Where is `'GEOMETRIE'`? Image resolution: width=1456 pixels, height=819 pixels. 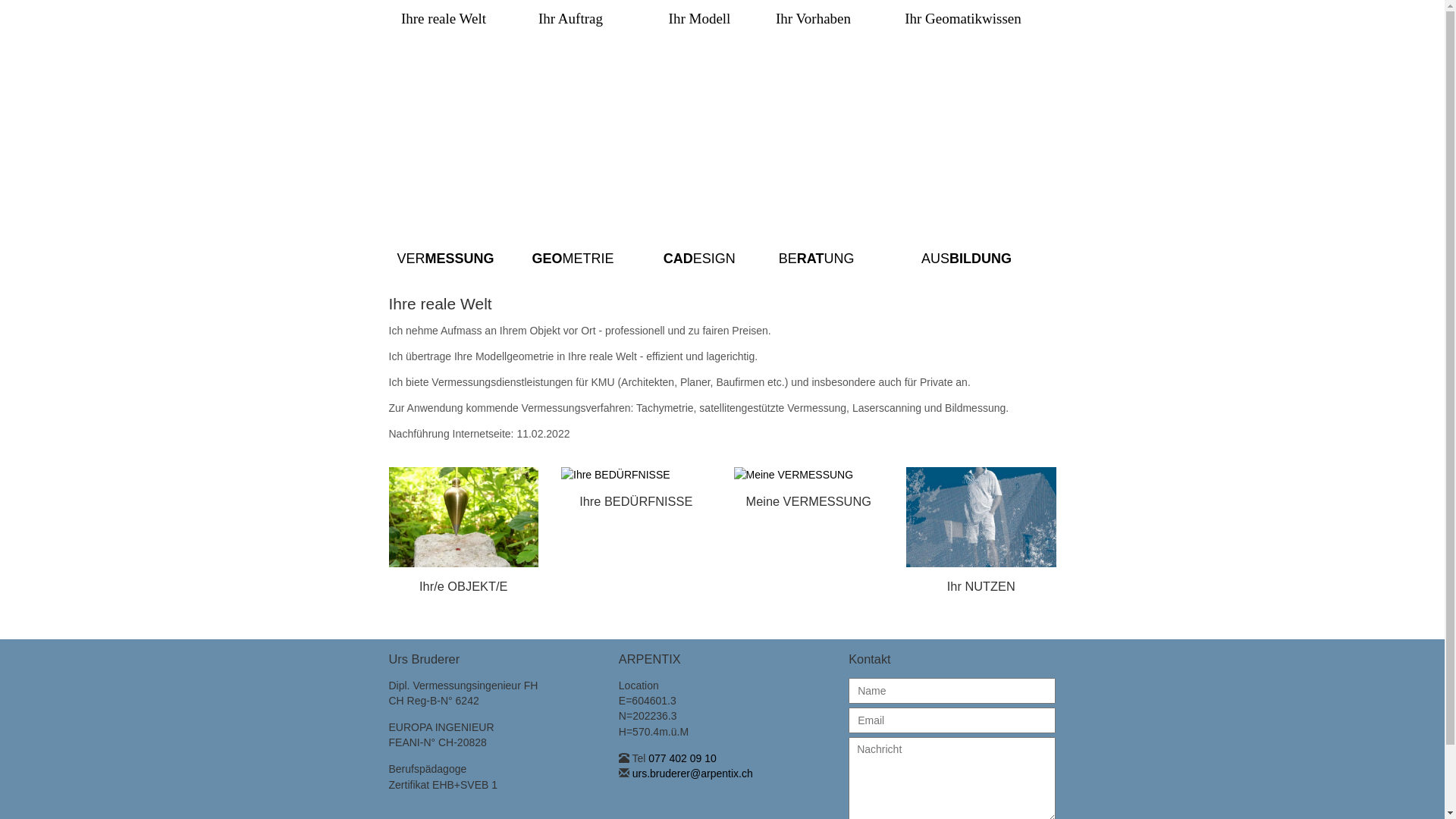 'GEOMETRIE' is located at coordinates (571, 257).